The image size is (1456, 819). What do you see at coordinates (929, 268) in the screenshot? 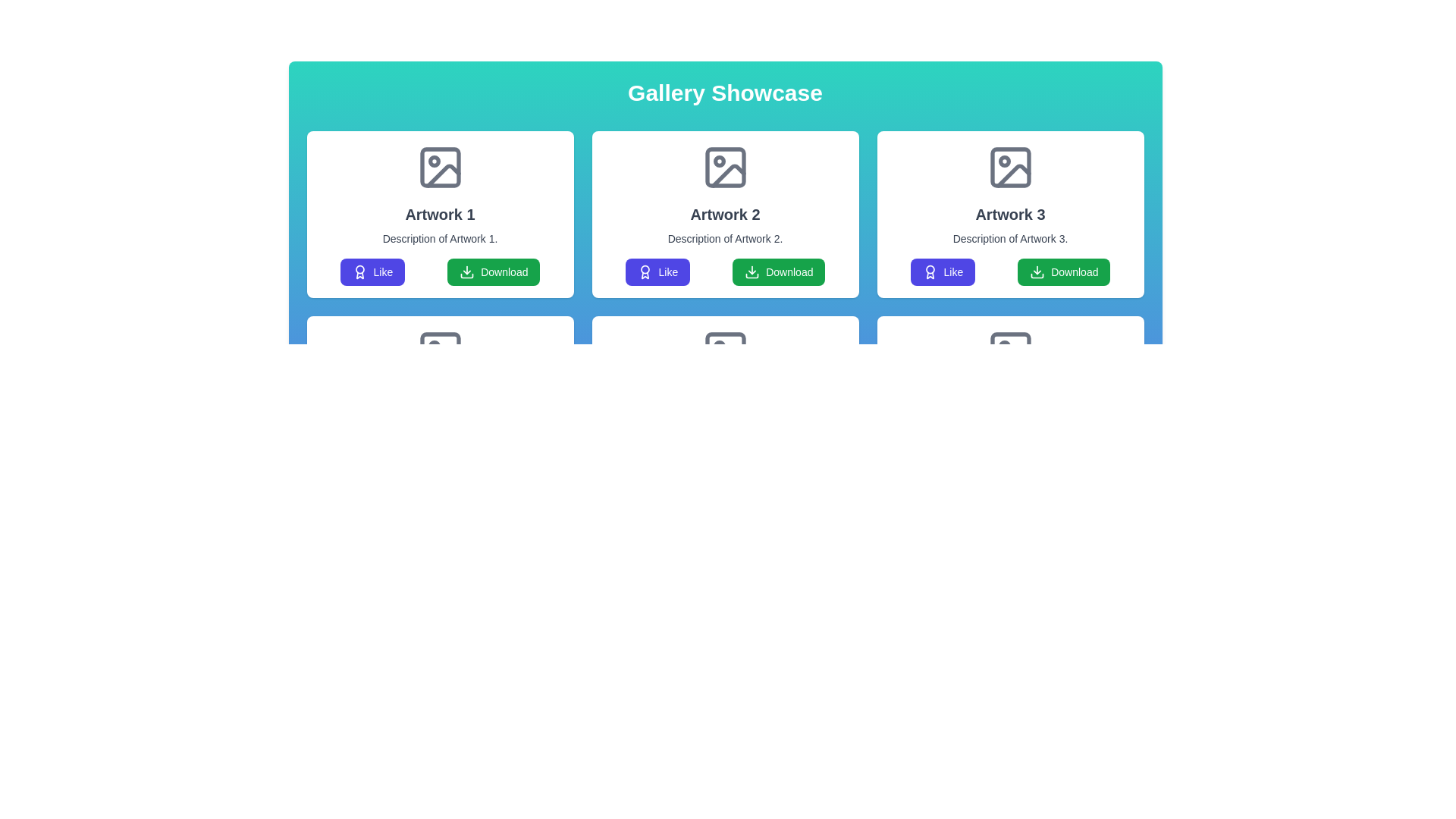
I see `the circular SVG element that is part of an award or badge icon, located to the left of the 'Like' button beneath the 'Artwork 3' section in the gallery showcase` at bounding box center [929, 268].